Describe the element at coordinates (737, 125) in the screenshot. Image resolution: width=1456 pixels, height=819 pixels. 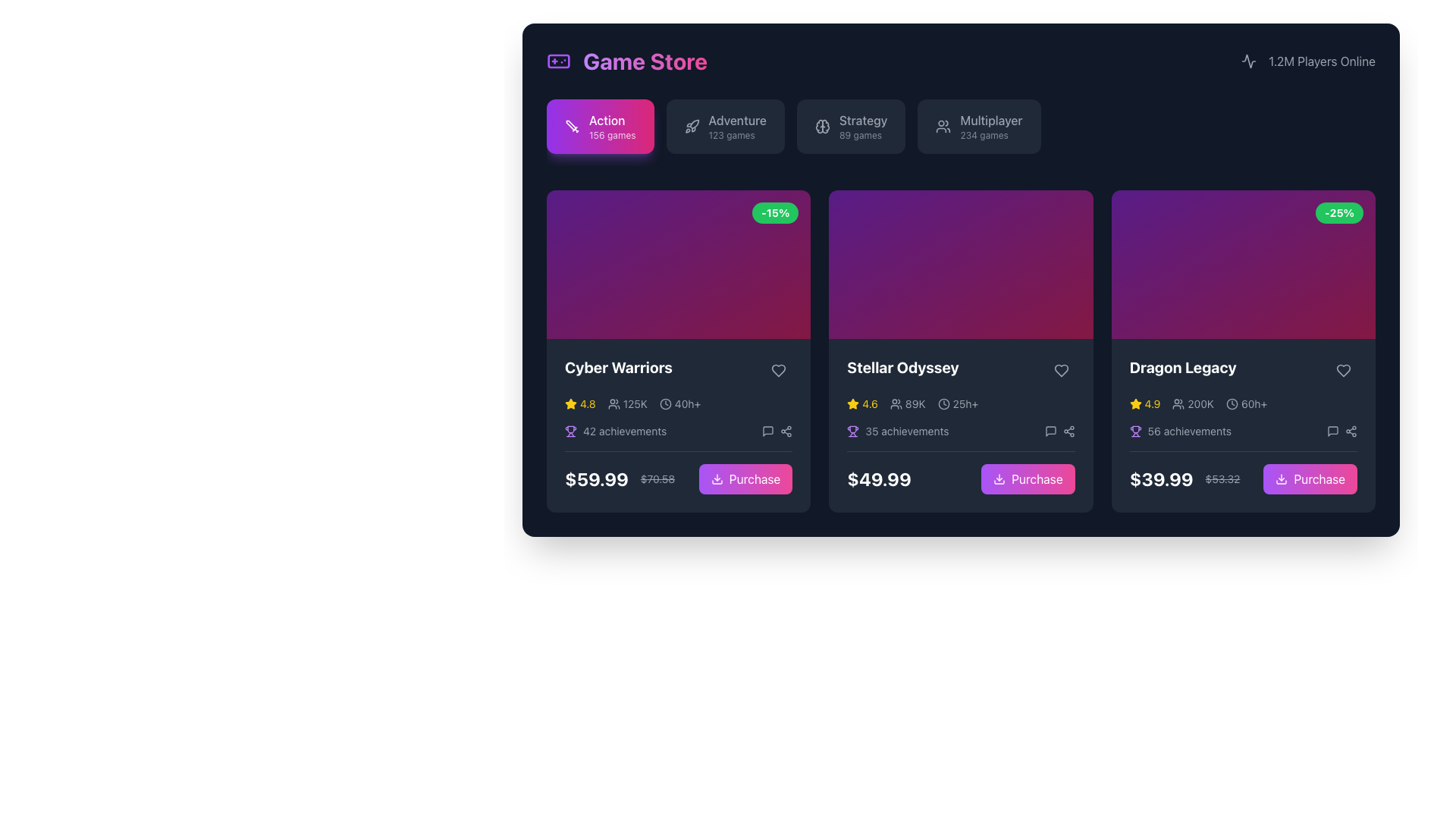
I see `the button labeled 'Adventure', which is the second button in the list under the 'Game Store' header` at that location.